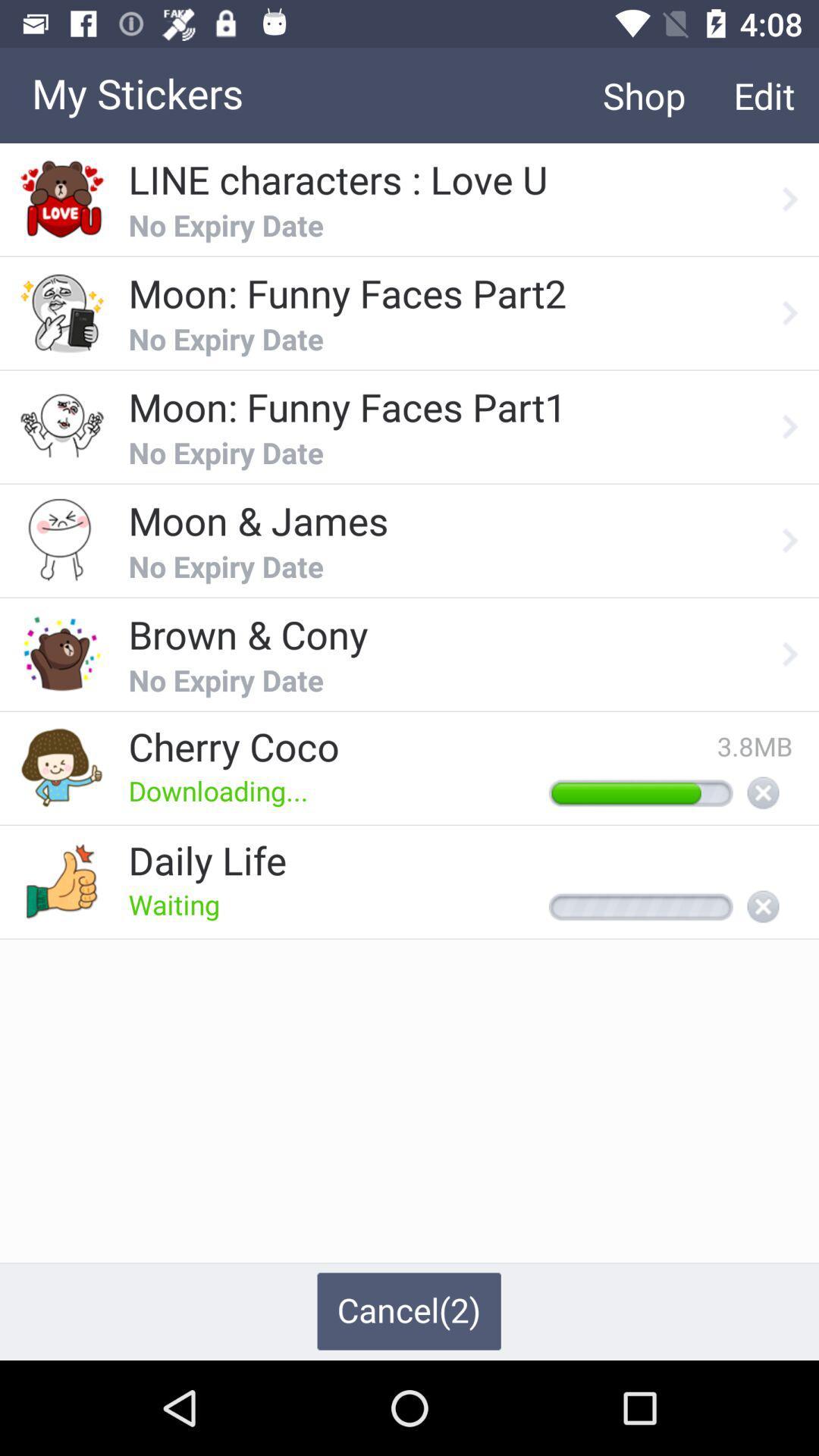  What do you see at coordinates (763, 793) in the screenshot?
I see `stop download` at bounding box center [763, 793].